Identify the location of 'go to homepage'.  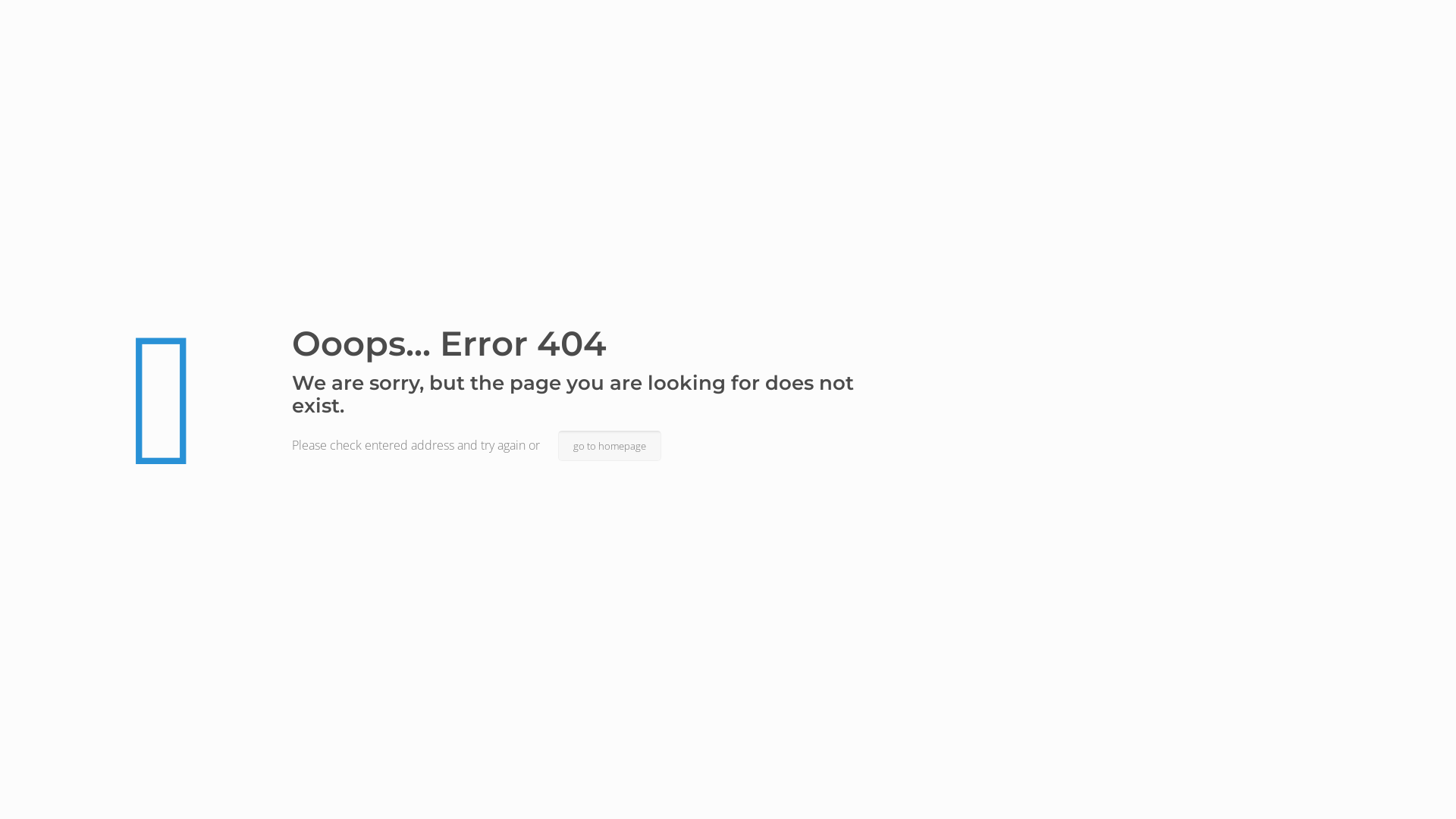
(610, 444).